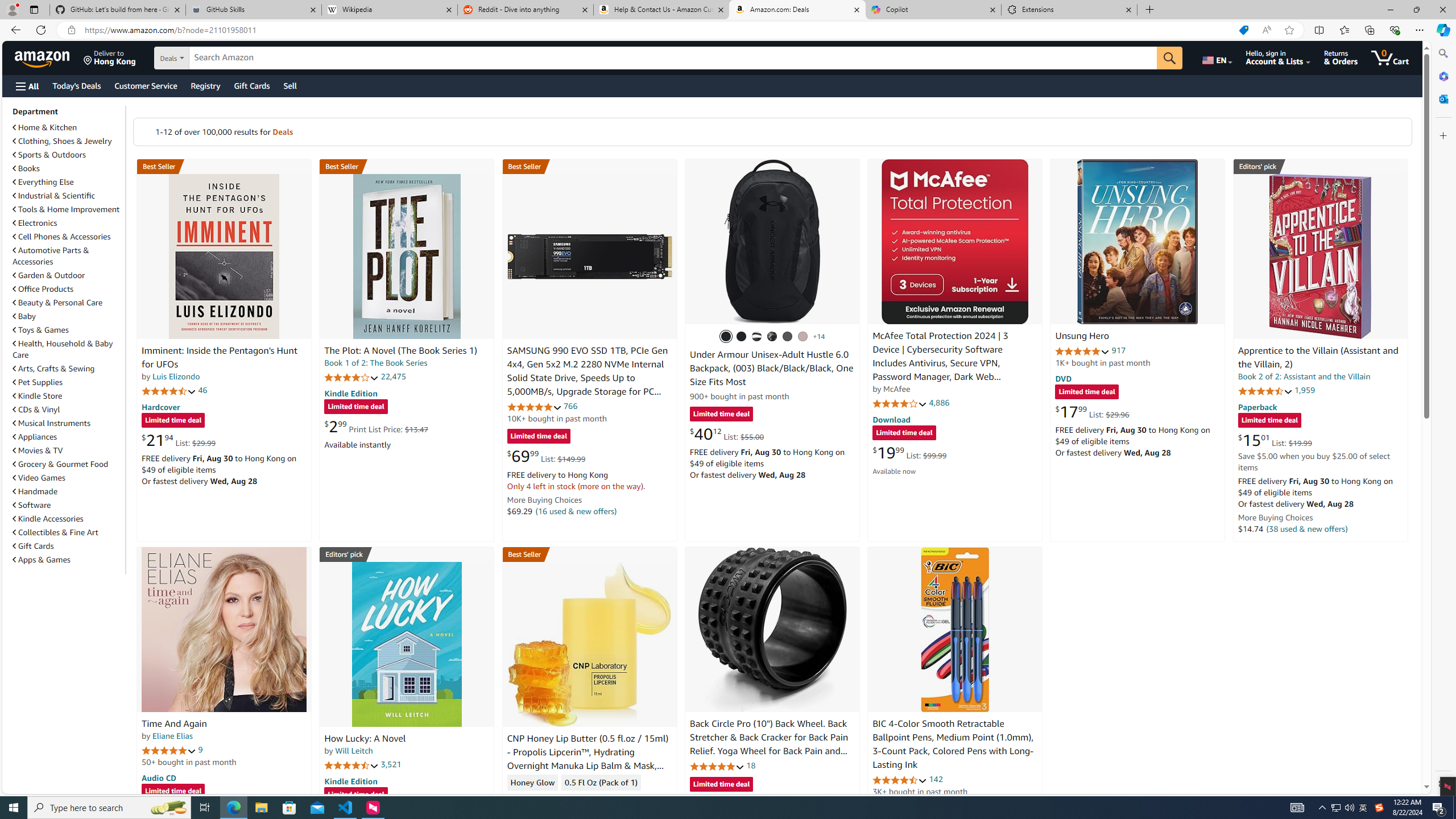 The width and height of the screenshot is (1456, 819). Describe the element at coordinates (67, 167) in the screenshot. I see `'Books'` at that location.